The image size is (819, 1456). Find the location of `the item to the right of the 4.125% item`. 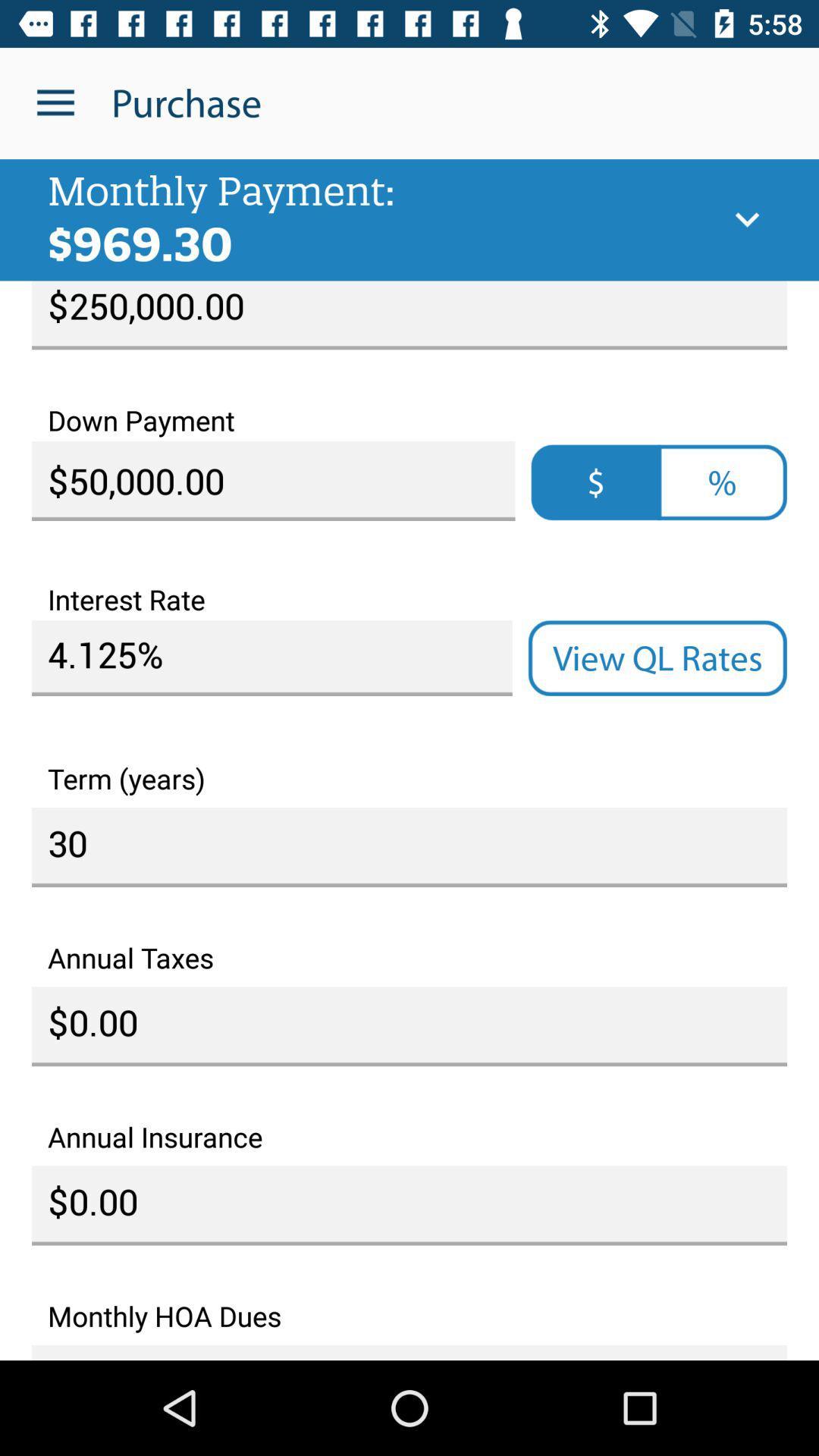

the item to the right of the 4.125% item is located at coordinates (657, 658).